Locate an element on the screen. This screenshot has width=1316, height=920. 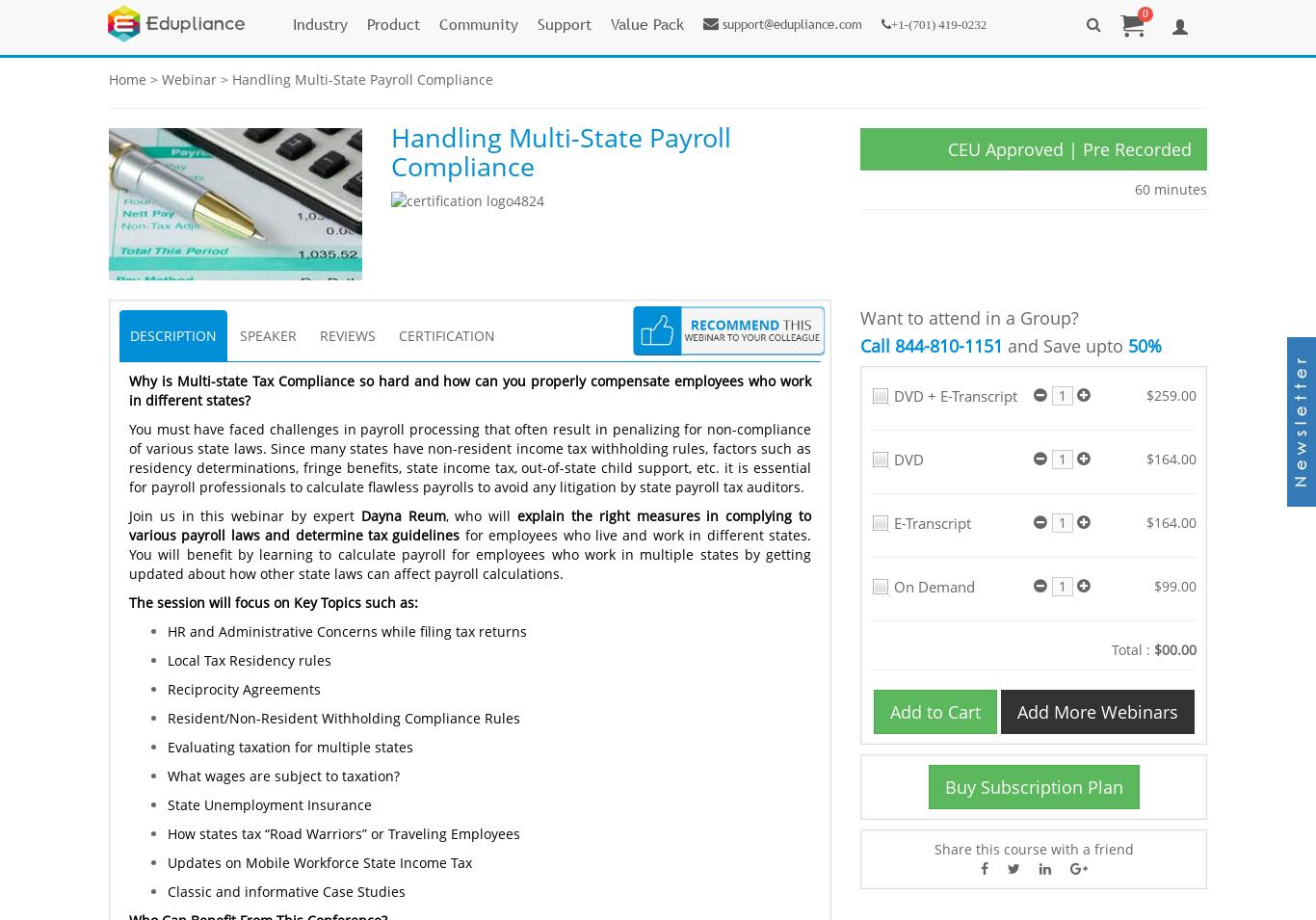
', who will' is located at coordinates (444, 514).